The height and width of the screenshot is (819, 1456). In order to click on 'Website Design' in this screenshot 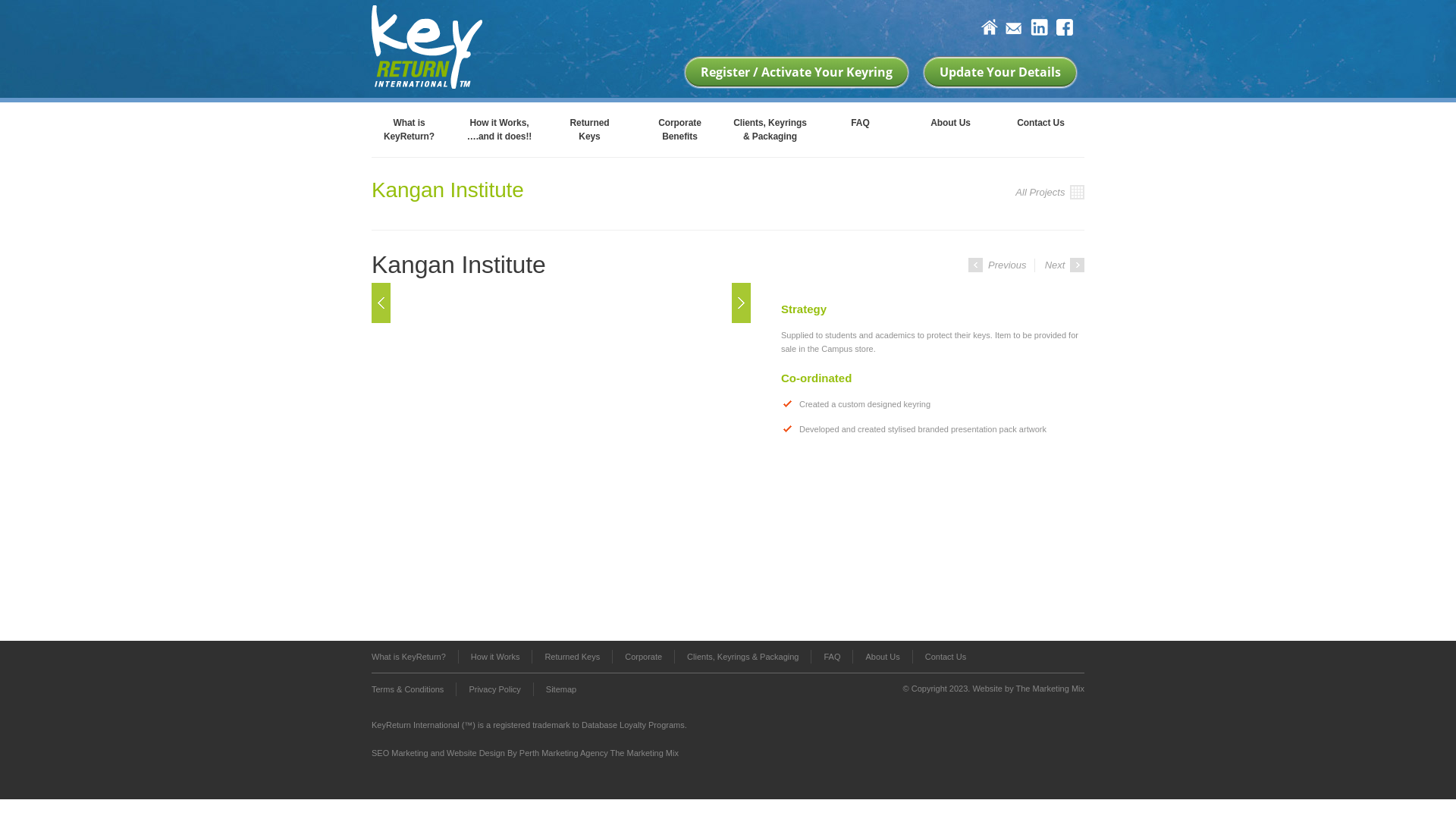, I will do `click(475, 752)`.